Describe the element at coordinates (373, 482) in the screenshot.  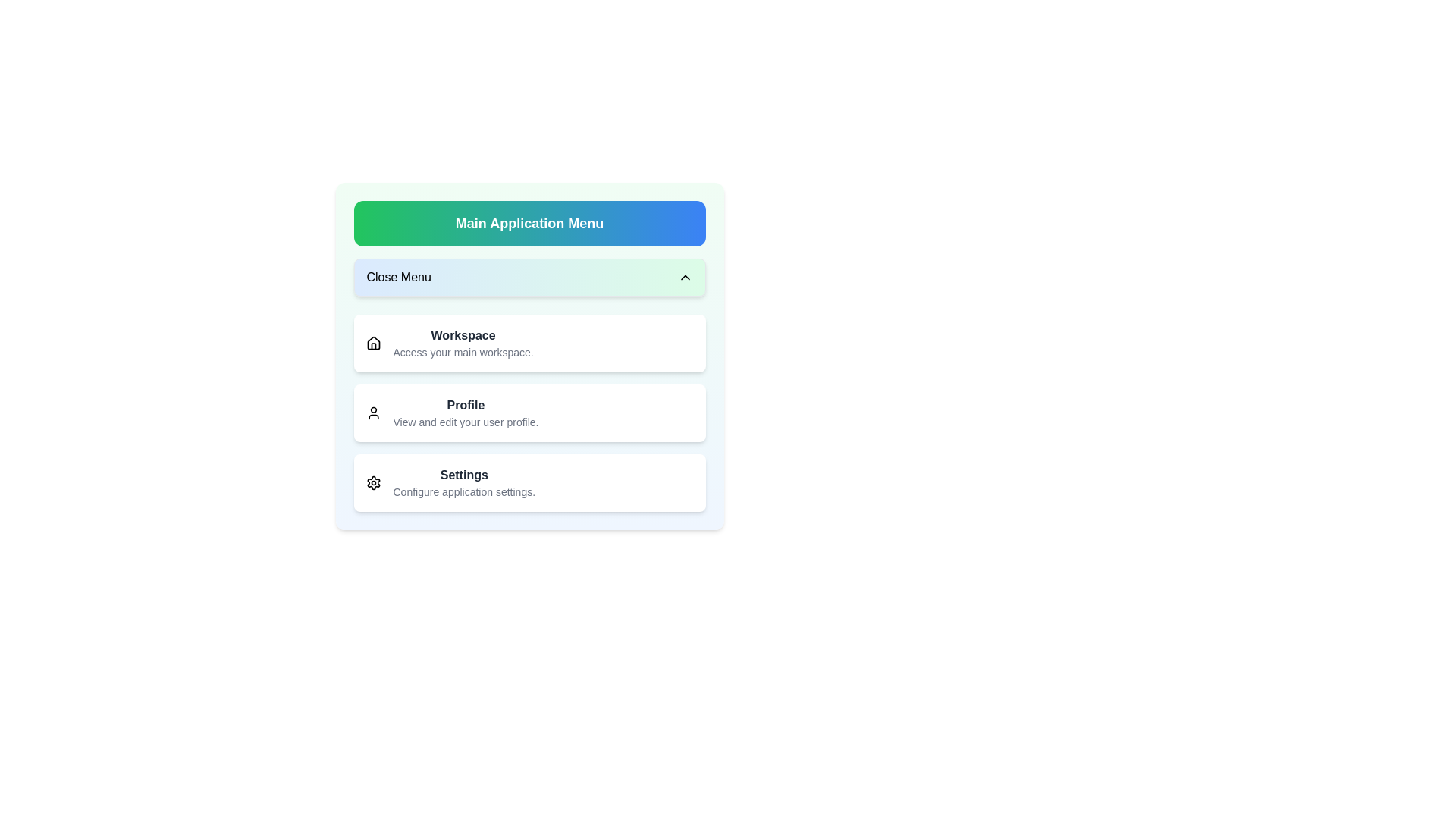
I see `the icon of the Settings menu item` at that location.